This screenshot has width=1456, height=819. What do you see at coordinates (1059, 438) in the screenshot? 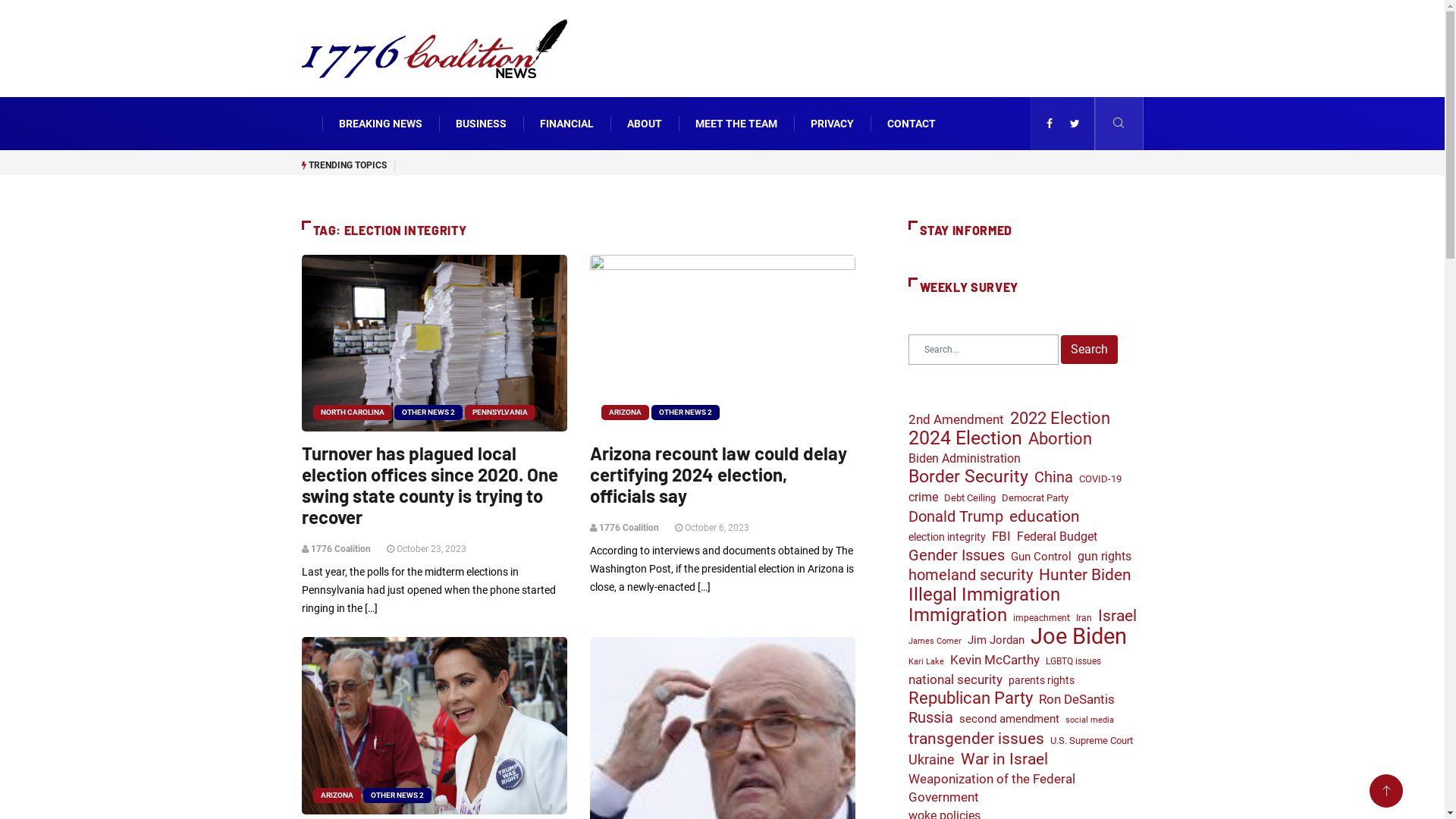
I see `'Abortion'` at bounding box center [1059, 438].